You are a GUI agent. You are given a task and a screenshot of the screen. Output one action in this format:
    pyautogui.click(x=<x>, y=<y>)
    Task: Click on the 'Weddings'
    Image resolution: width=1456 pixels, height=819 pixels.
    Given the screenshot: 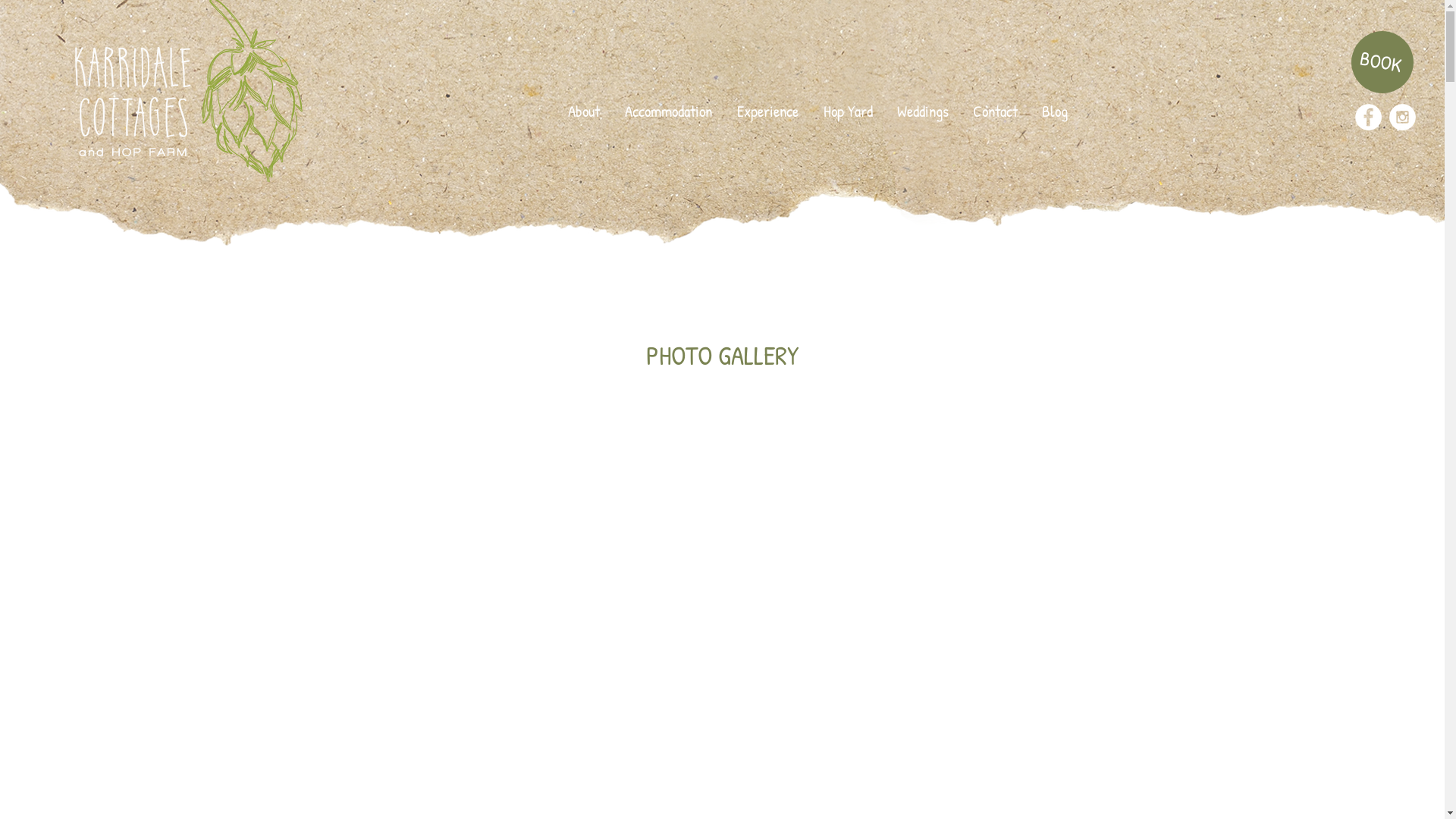 What is the action you would take?
    pyautogui.click(x=884, y=110)
    